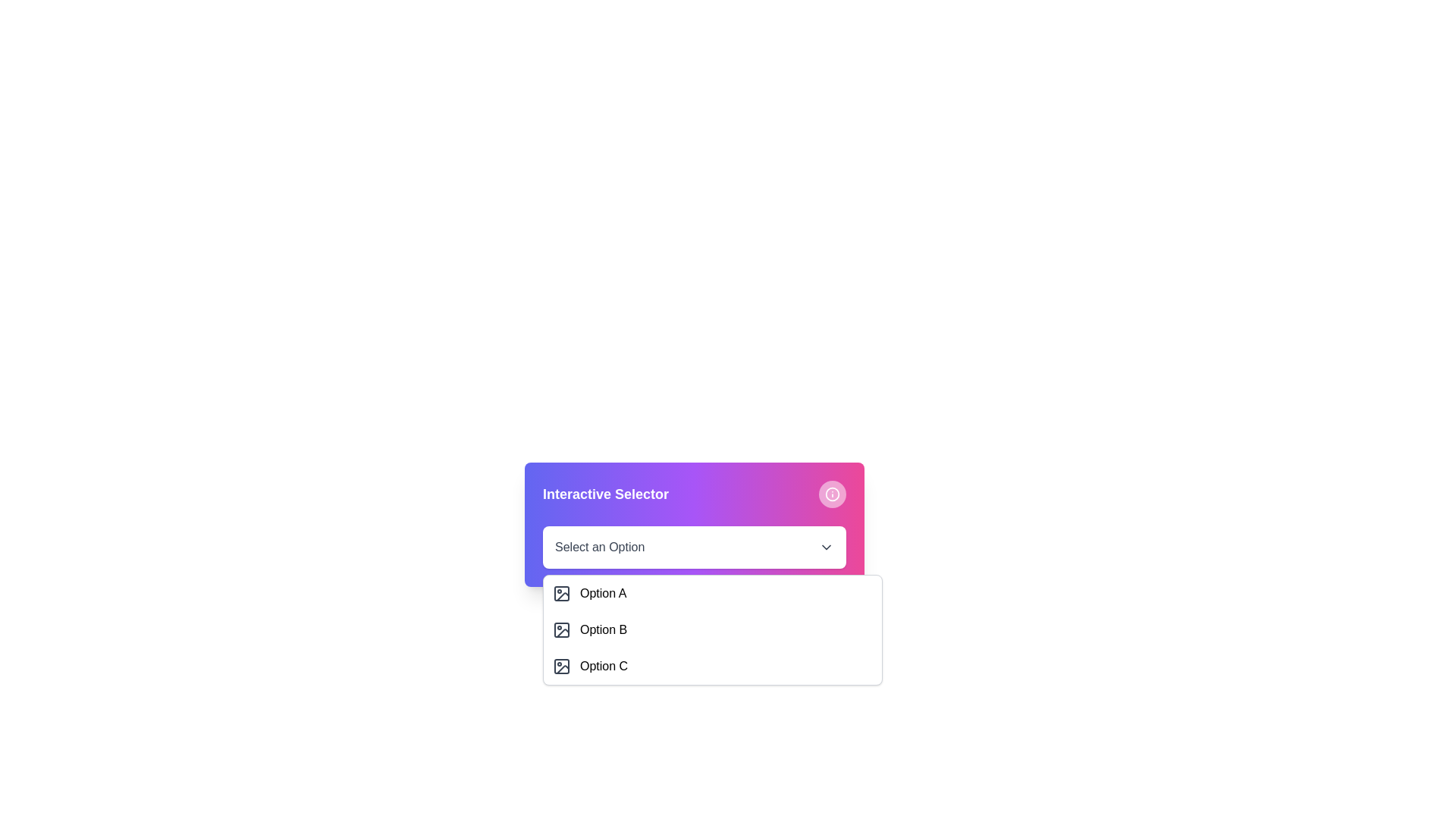 Image resolution: width=1456 pixels, height=819 pixels. Describe the element at coordinates (832, 494) in the screenshot. I see `the central circular element of the red 'info' icon located at the top-right corner of the interactive panel with a gradient background` at that location.